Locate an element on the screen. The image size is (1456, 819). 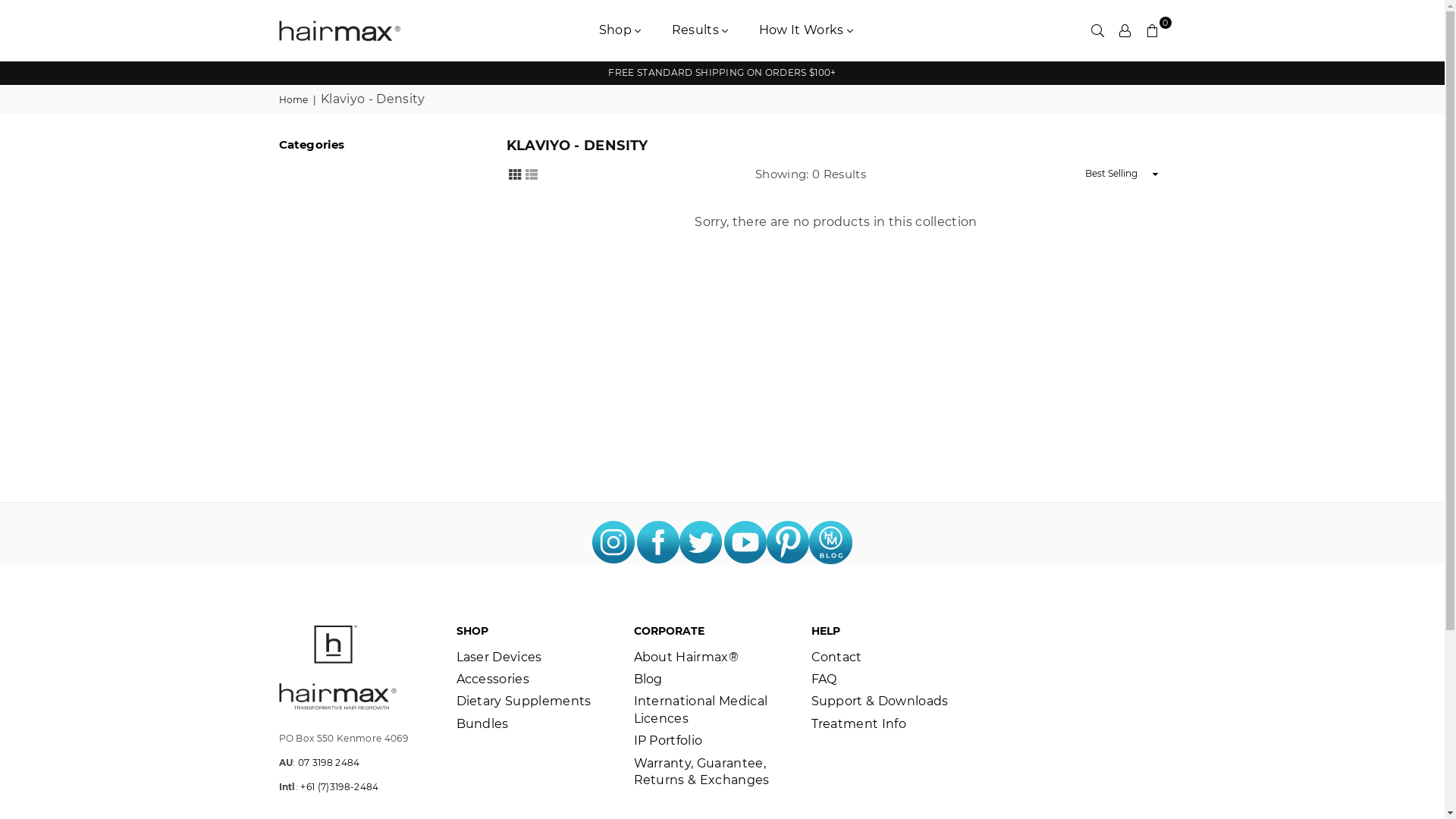
'How It Works' is located at coordinates (805, 30).